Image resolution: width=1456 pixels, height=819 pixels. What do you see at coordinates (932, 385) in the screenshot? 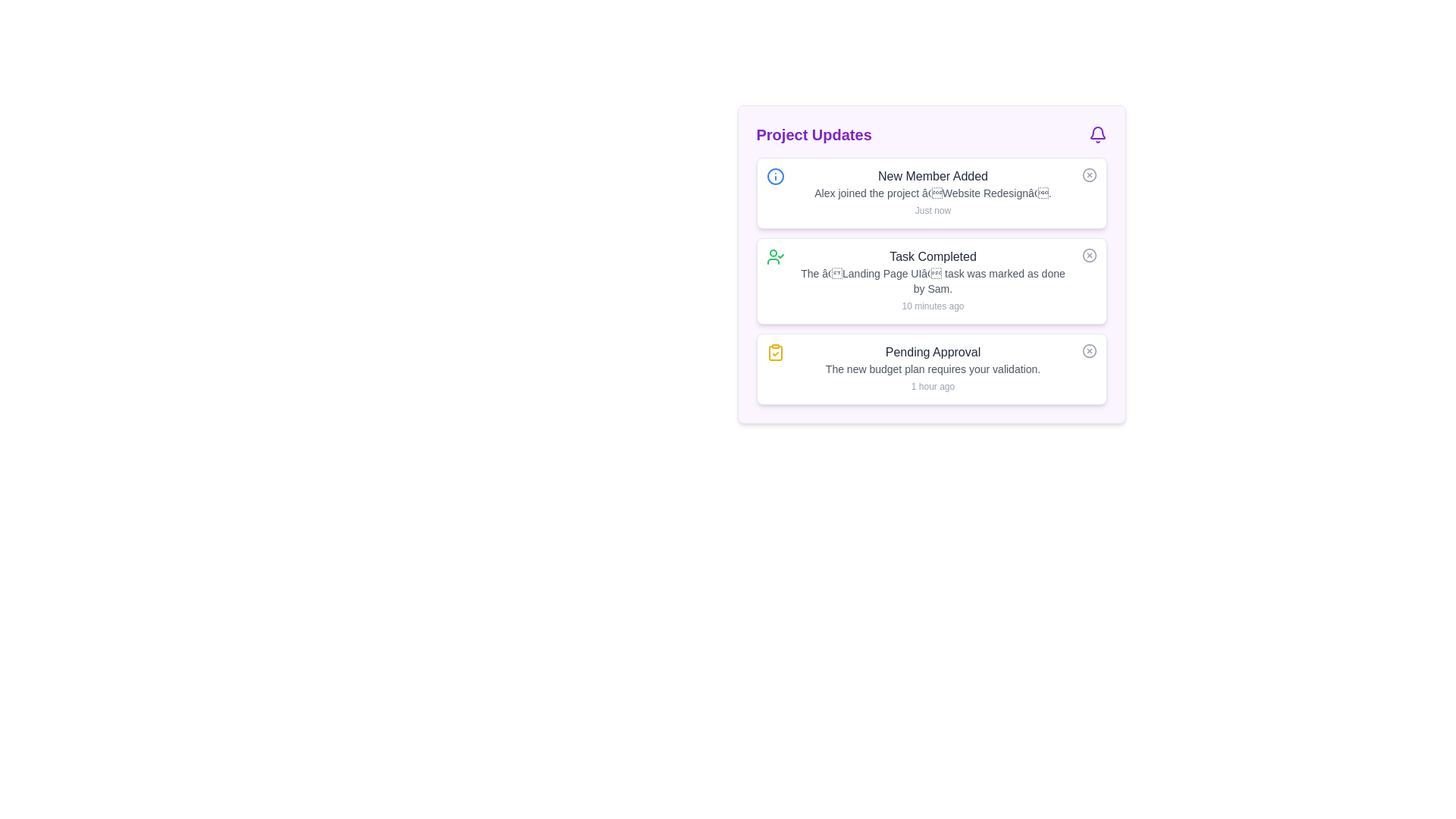
I see `the text label that displays a relative timestamp located at the bottom of the 'Pending Approval' notification card` at bounding box center [932, 385].